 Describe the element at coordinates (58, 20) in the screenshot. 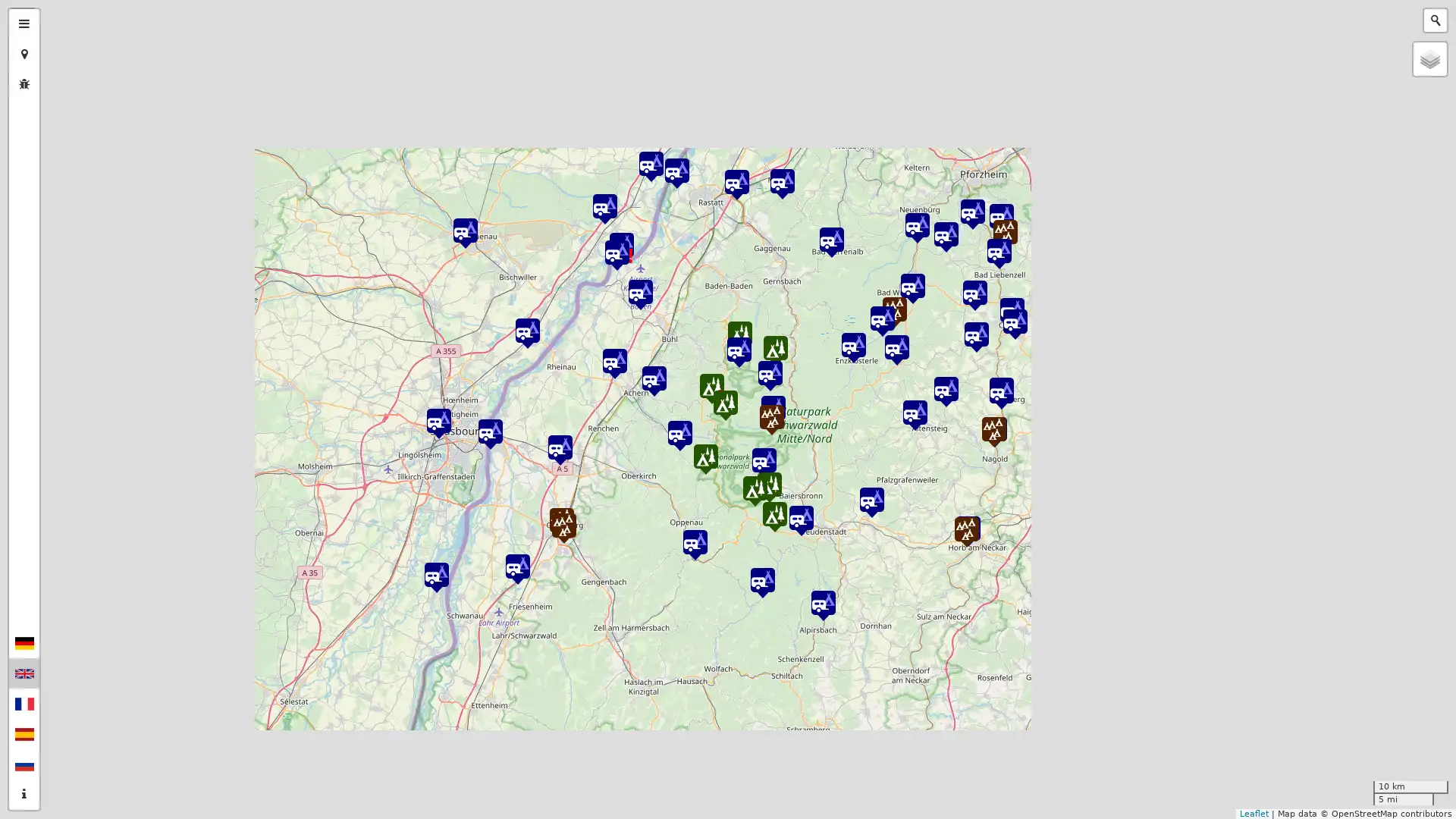

I see `Zoom in` at that location.